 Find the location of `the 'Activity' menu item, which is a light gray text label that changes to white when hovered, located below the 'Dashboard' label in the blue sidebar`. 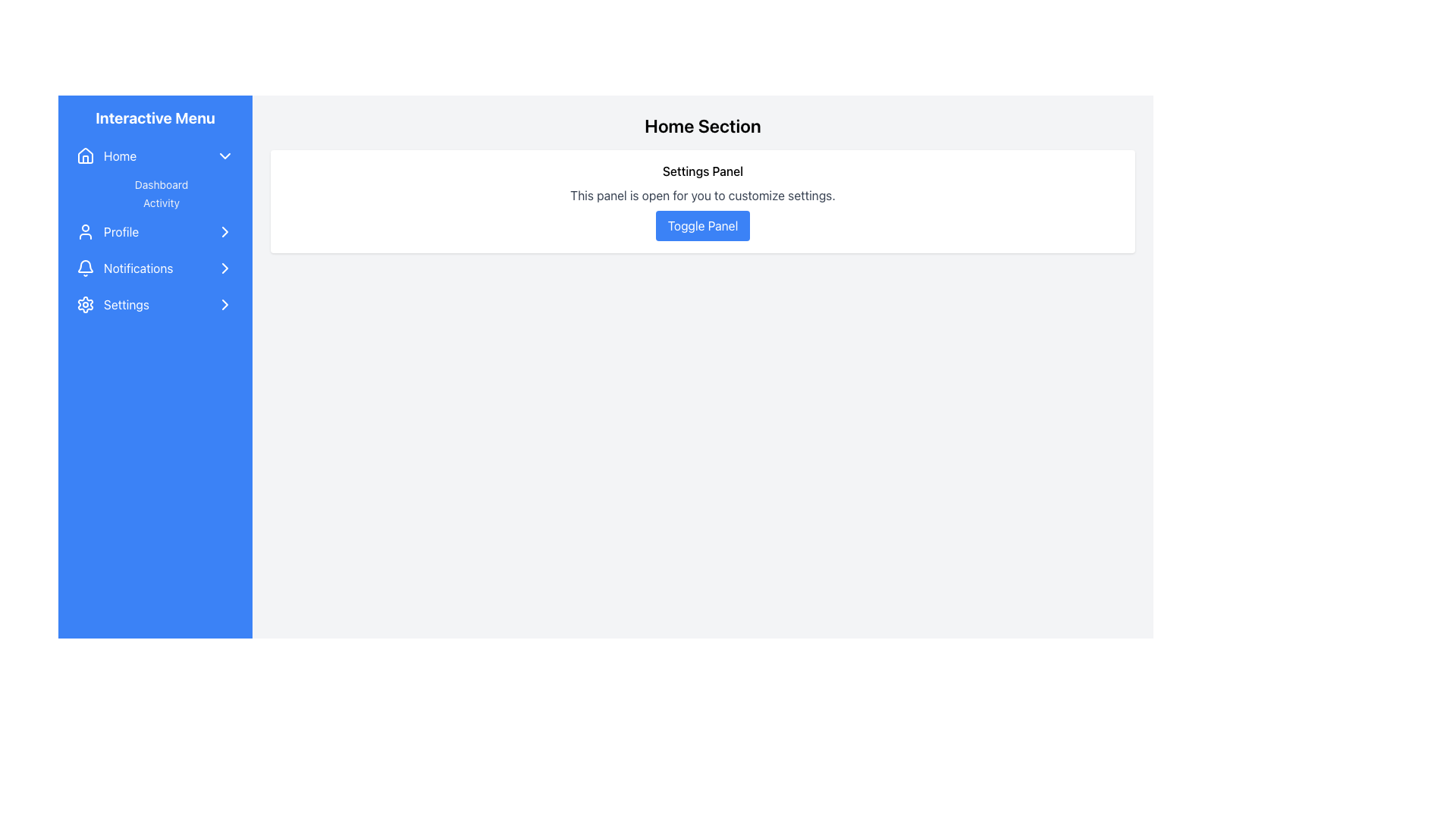

the 'Activity' menu item, which is a light gray text label that changes to white when hovered, located below the 'Dashboard' label in the blue sidebar is located at coordinates (161, 202).